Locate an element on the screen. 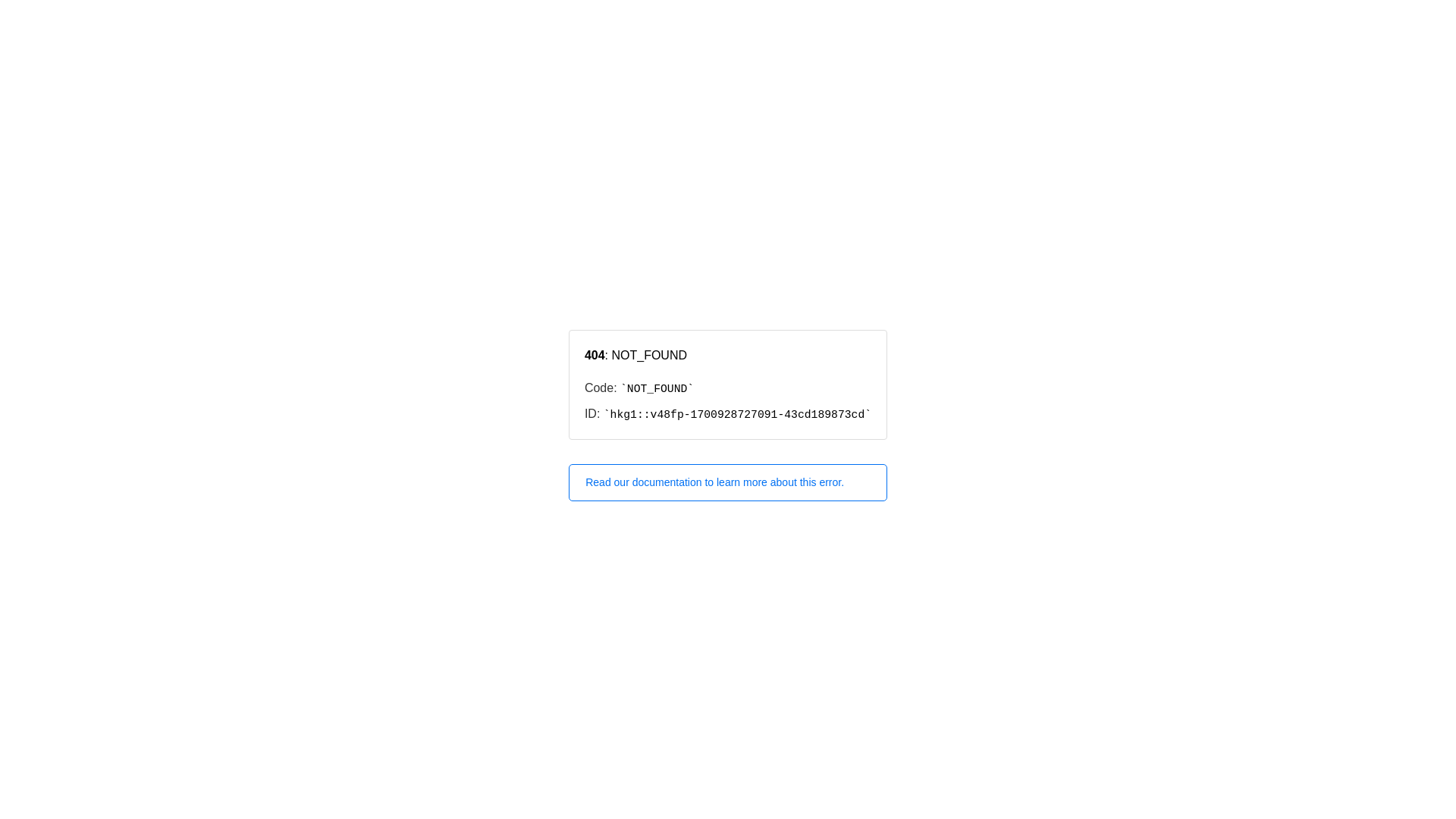  'Read our documentation to learn more about this error.' is located at coordinates (728, 482).